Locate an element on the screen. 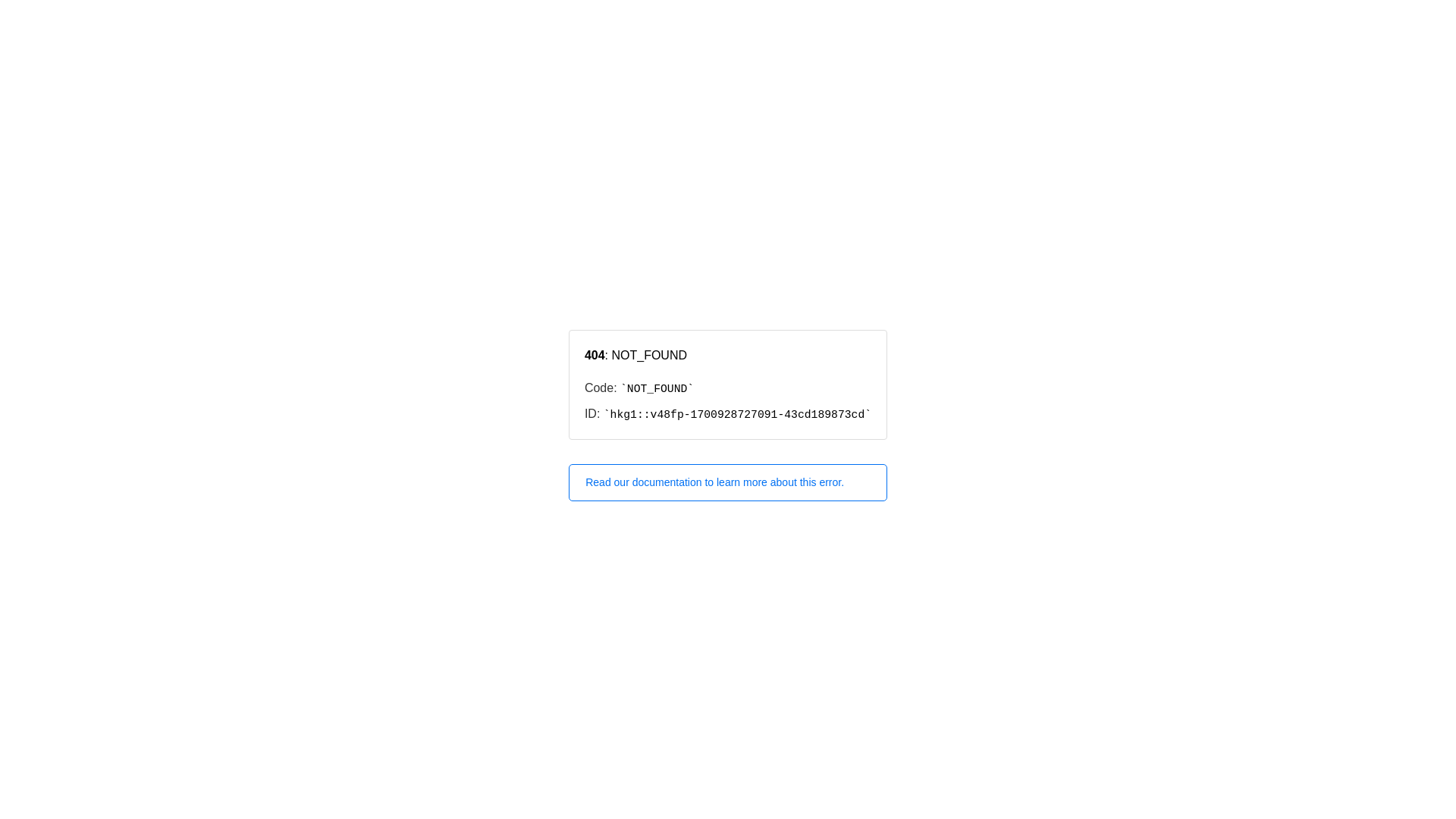  'Read our documentation to learn more about this error.' is located at coordinates (728, 482).